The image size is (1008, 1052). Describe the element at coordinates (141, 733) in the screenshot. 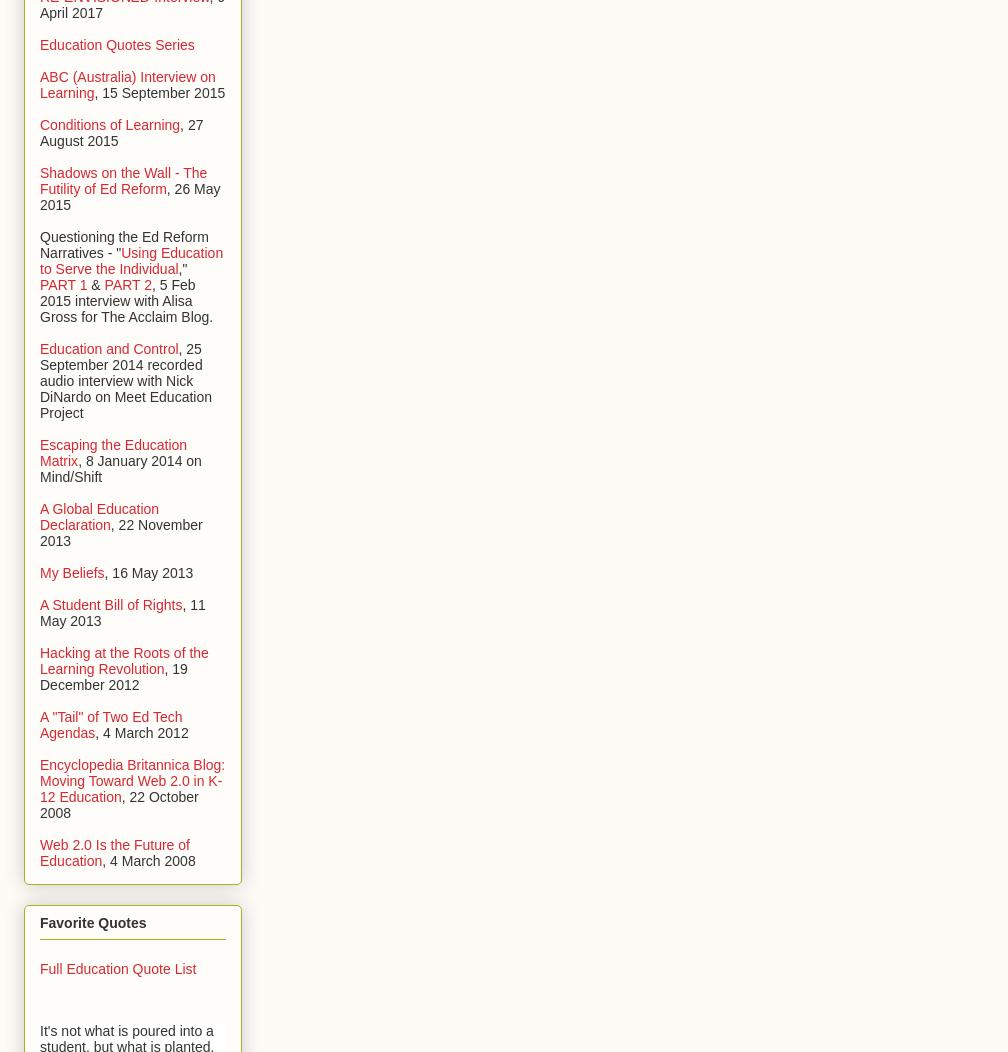

I see `', 4 March 2012'` at that location.